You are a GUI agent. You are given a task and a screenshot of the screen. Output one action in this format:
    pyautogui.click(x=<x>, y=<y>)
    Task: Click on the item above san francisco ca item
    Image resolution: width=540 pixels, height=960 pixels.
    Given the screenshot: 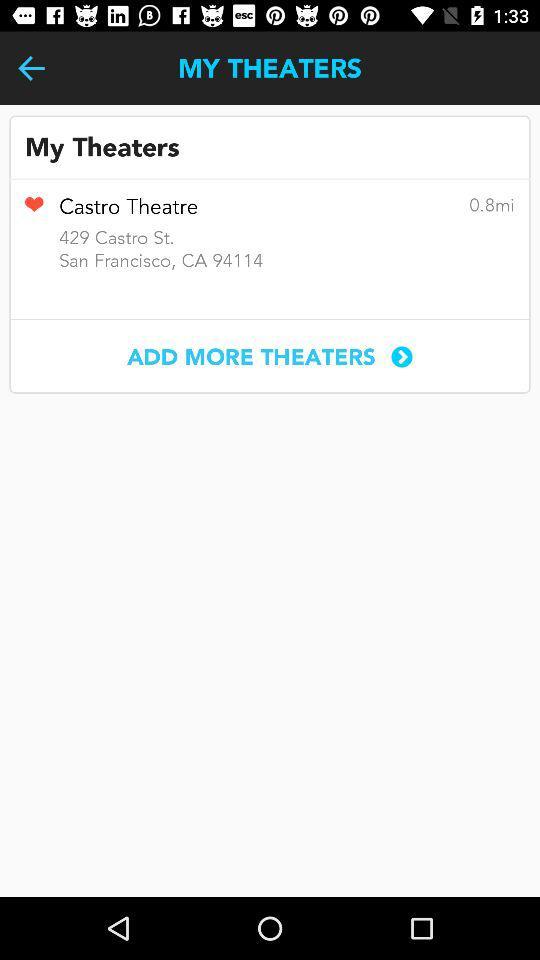 What is the action you would take?
    pyautogui.click(x=33, y=211)
    